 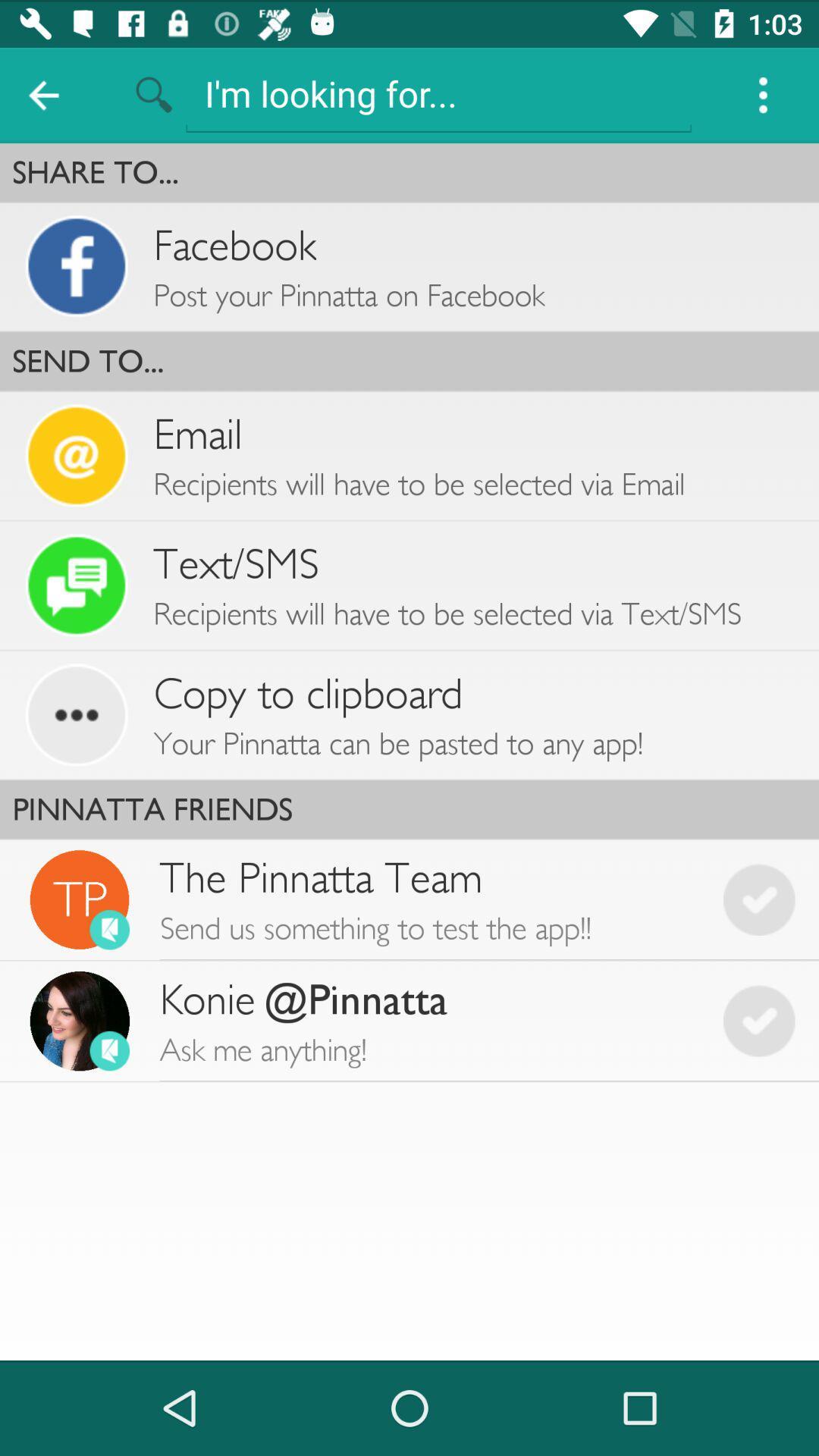 What do you see at coordinates (763, 94) in the screenshot?
I see `item above the share to...` at bounding box center [763, 94].